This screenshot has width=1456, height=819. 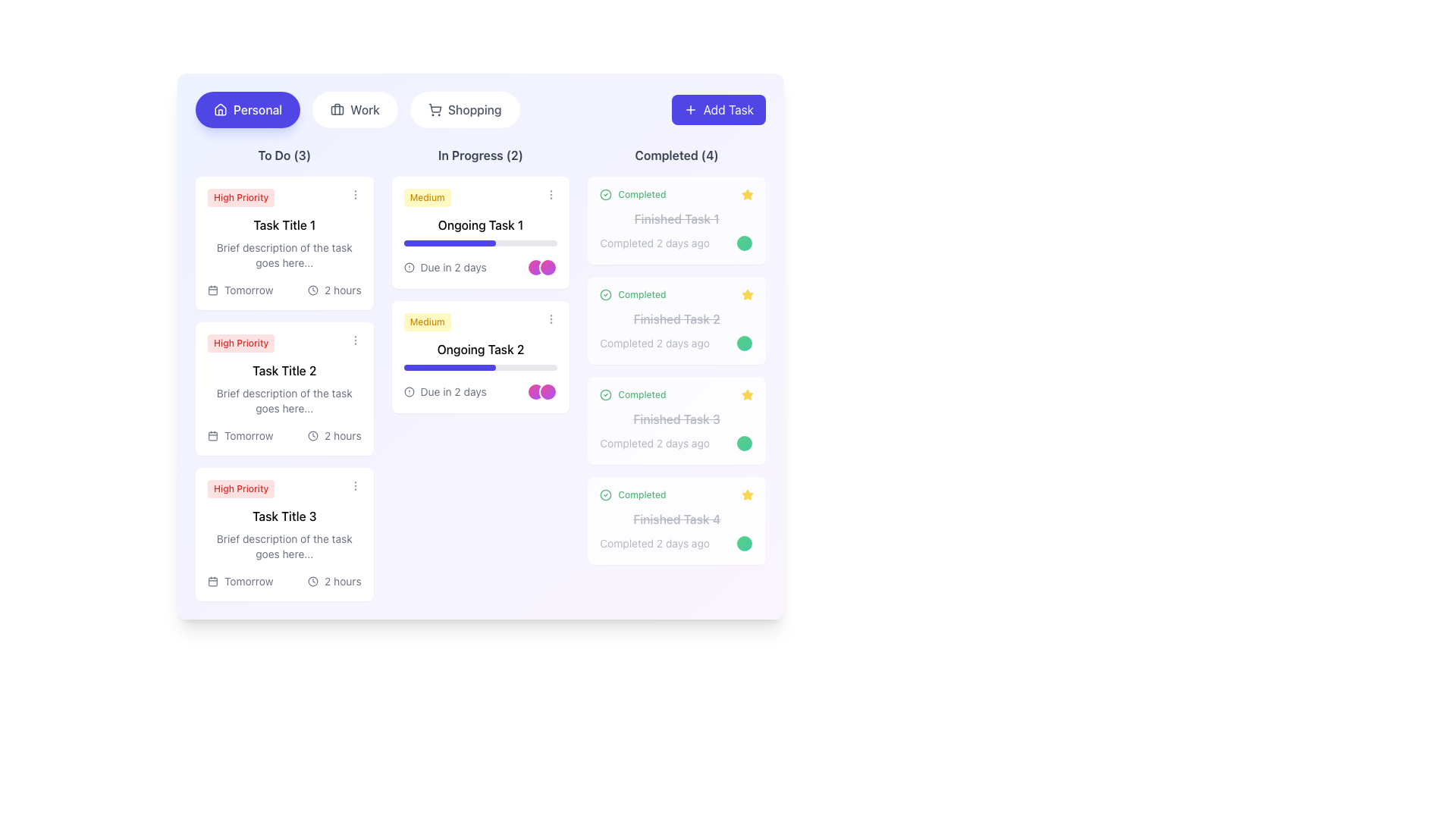 I want to click on the clock-shaped icon located in the 'To Do' section, positioned before the text '2 hours', so click(x=312, y=290).